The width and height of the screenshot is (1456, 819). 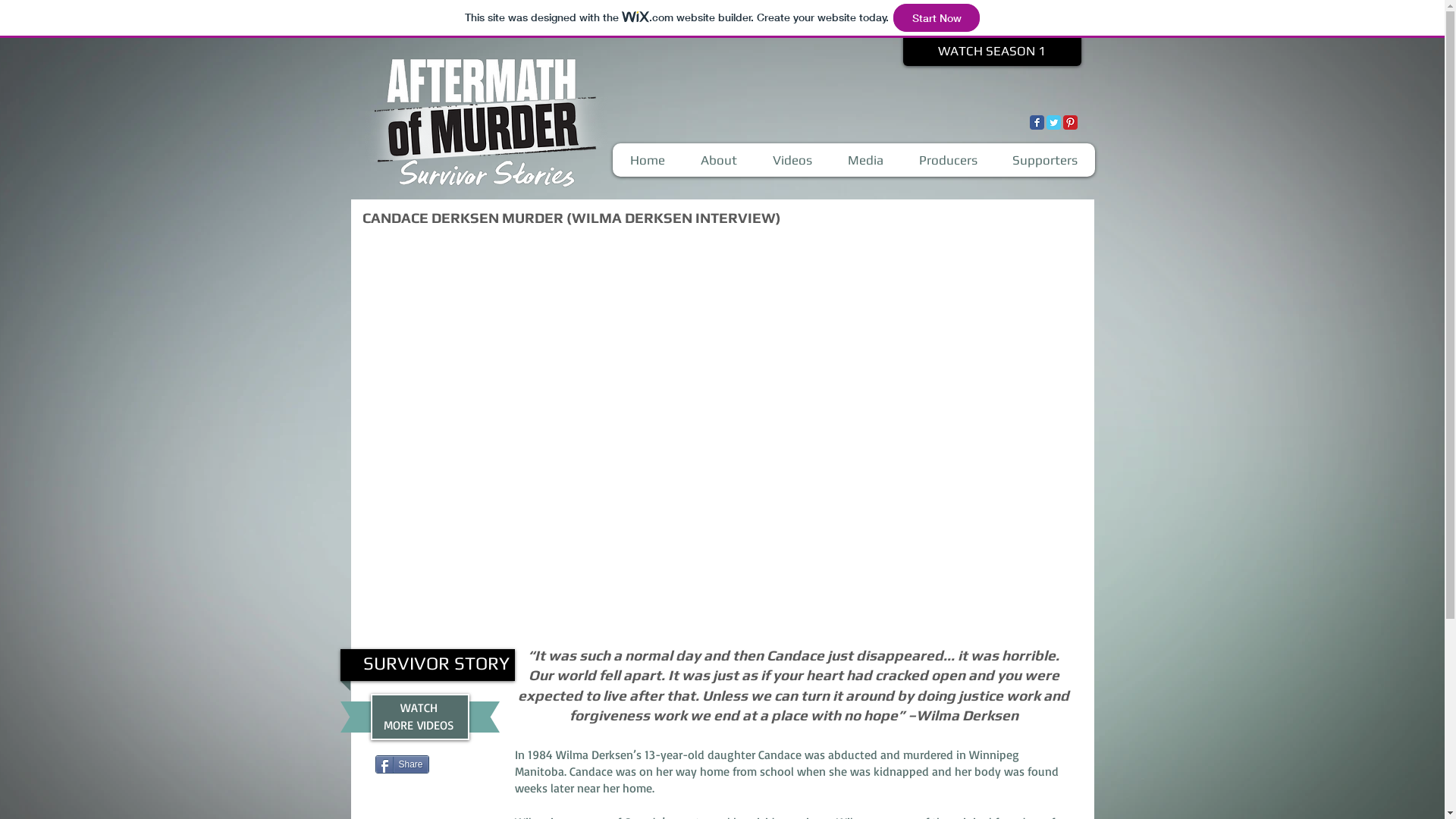 What do you see at coordinates (648, 160) in the screenshot?
I see `'Home'` at bounding box center [648, 160].